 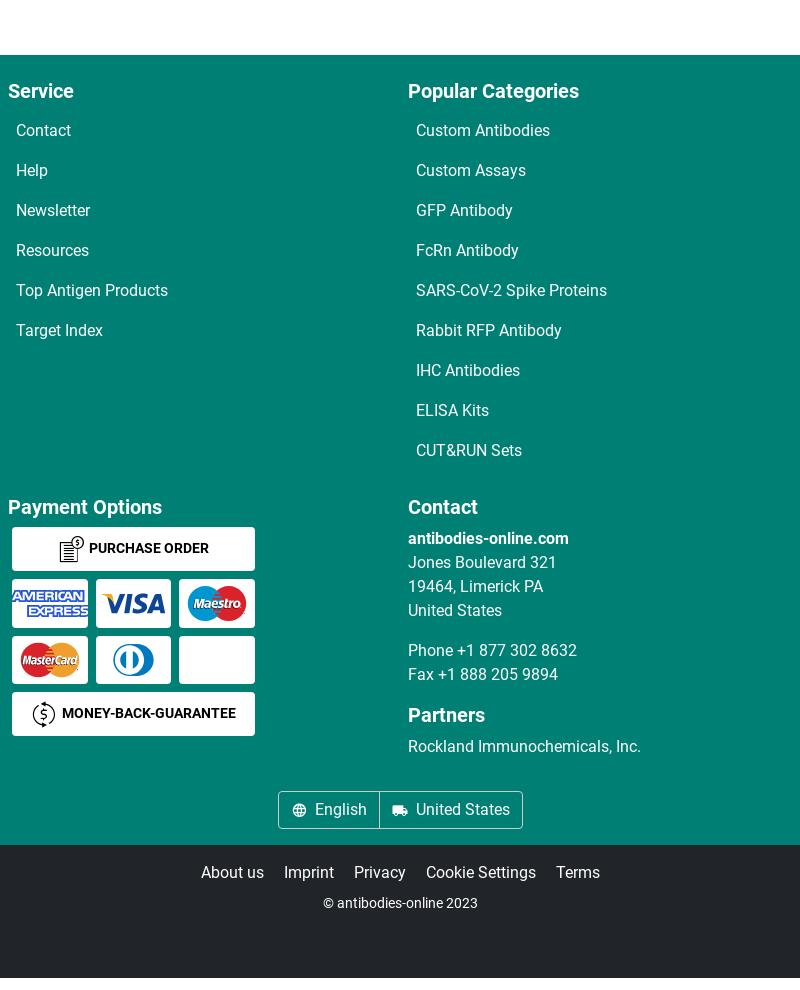 I want to click on '© antibodies-online 2023', so click(x=398, y=901).